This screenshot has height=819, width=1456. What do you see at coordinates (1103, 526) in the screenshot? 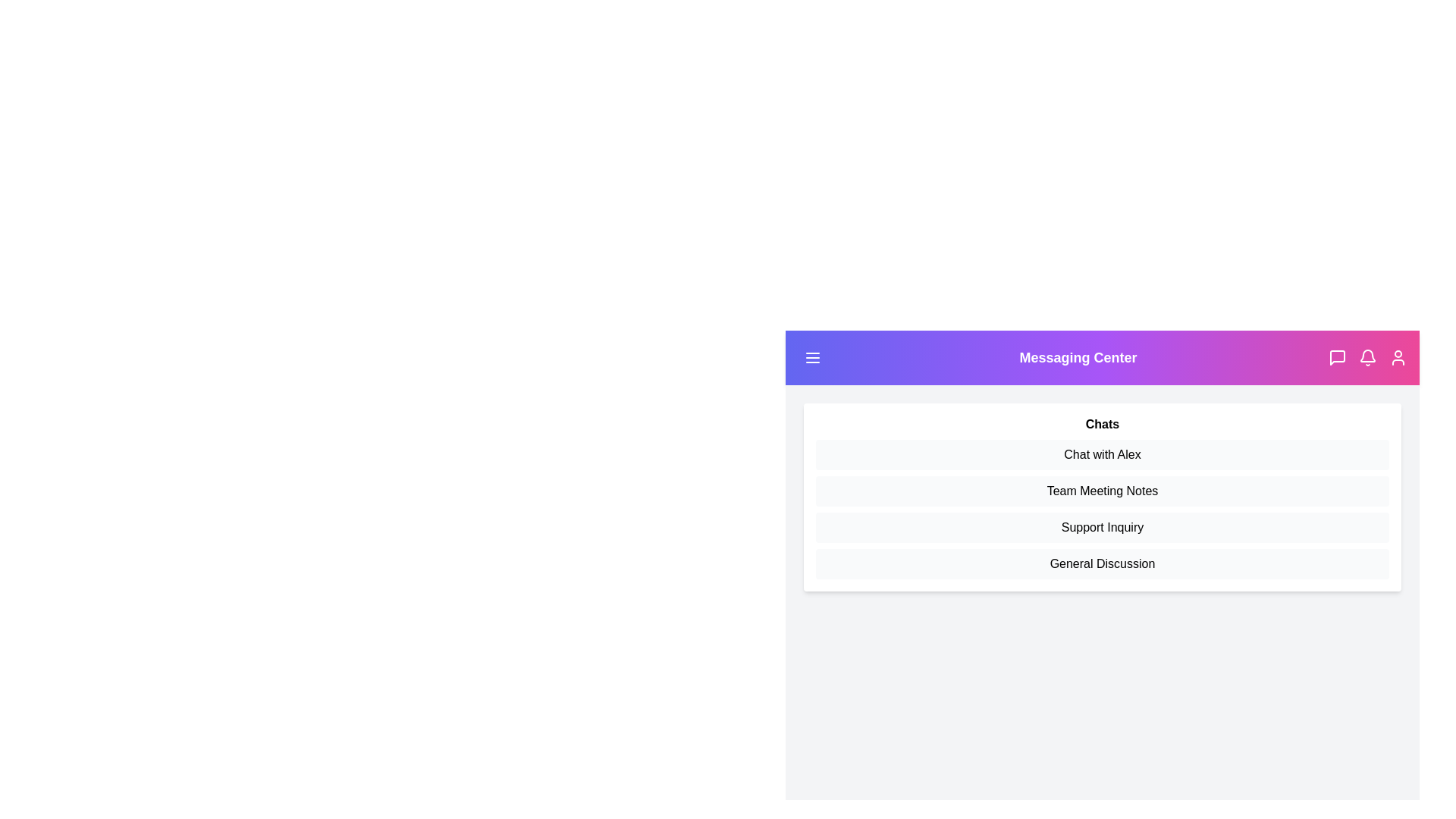
I see `the 'Support Inquiry' list item` at bounding box center [1103, 526].